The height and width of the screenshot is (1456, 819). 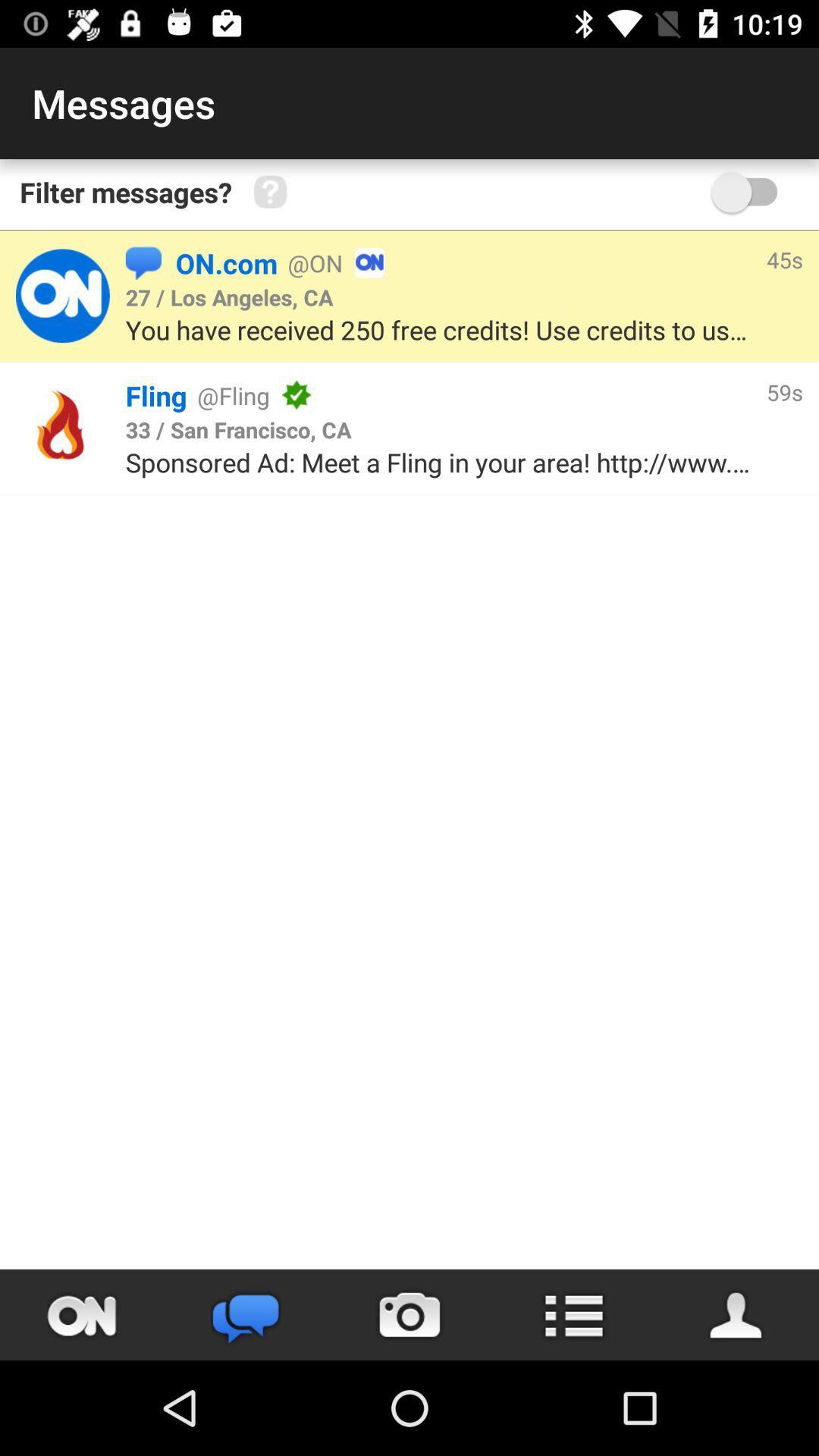 What do you see at coordinates (442, 329) in the screenshot?
I see `icon below 27 los angeles item` at bounding box center [442, 329].